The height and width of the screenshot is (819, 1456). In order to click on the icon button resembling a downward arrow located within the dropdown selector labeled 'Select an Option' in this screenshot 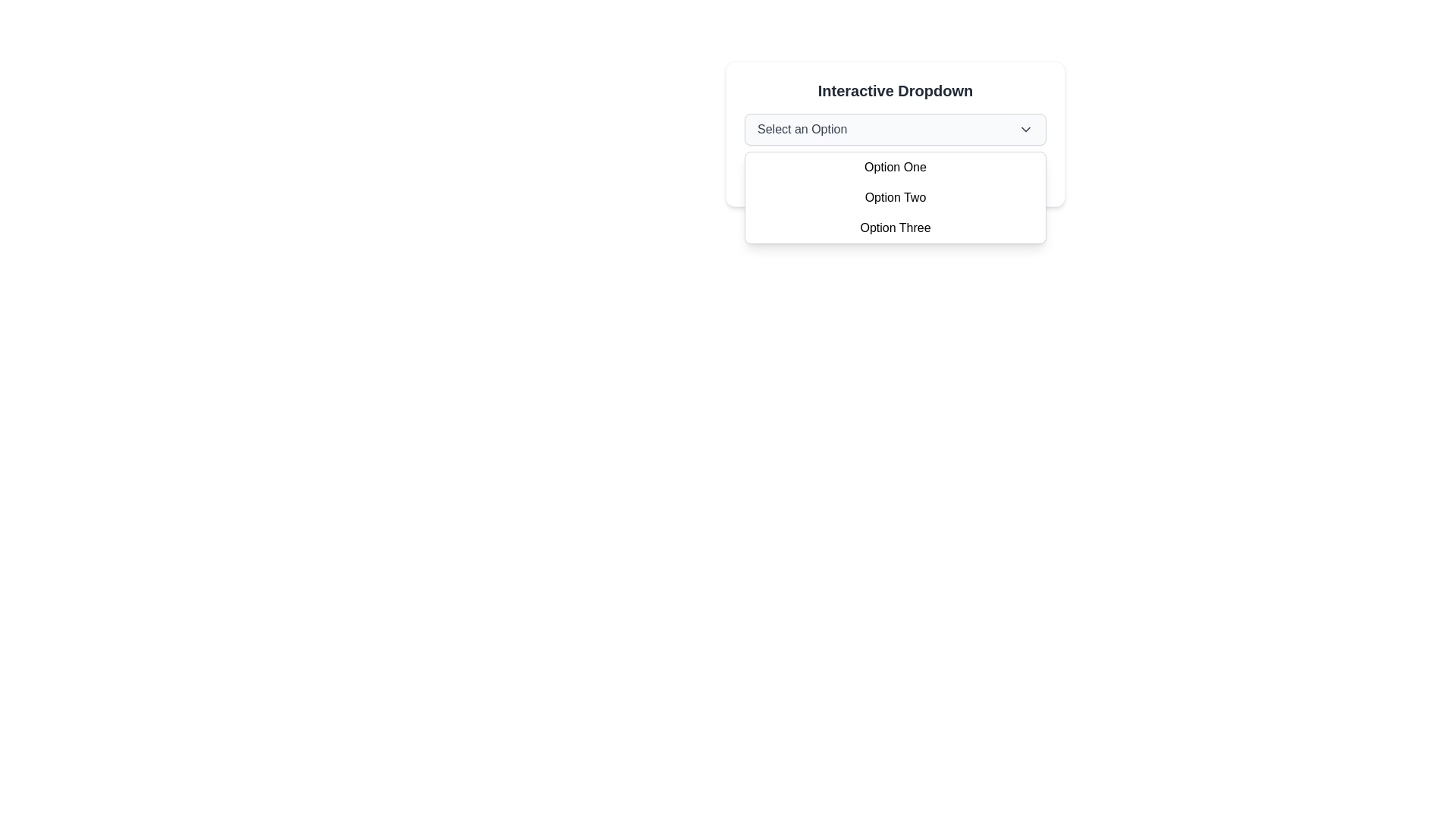, I will do `click(1026, 128)`.